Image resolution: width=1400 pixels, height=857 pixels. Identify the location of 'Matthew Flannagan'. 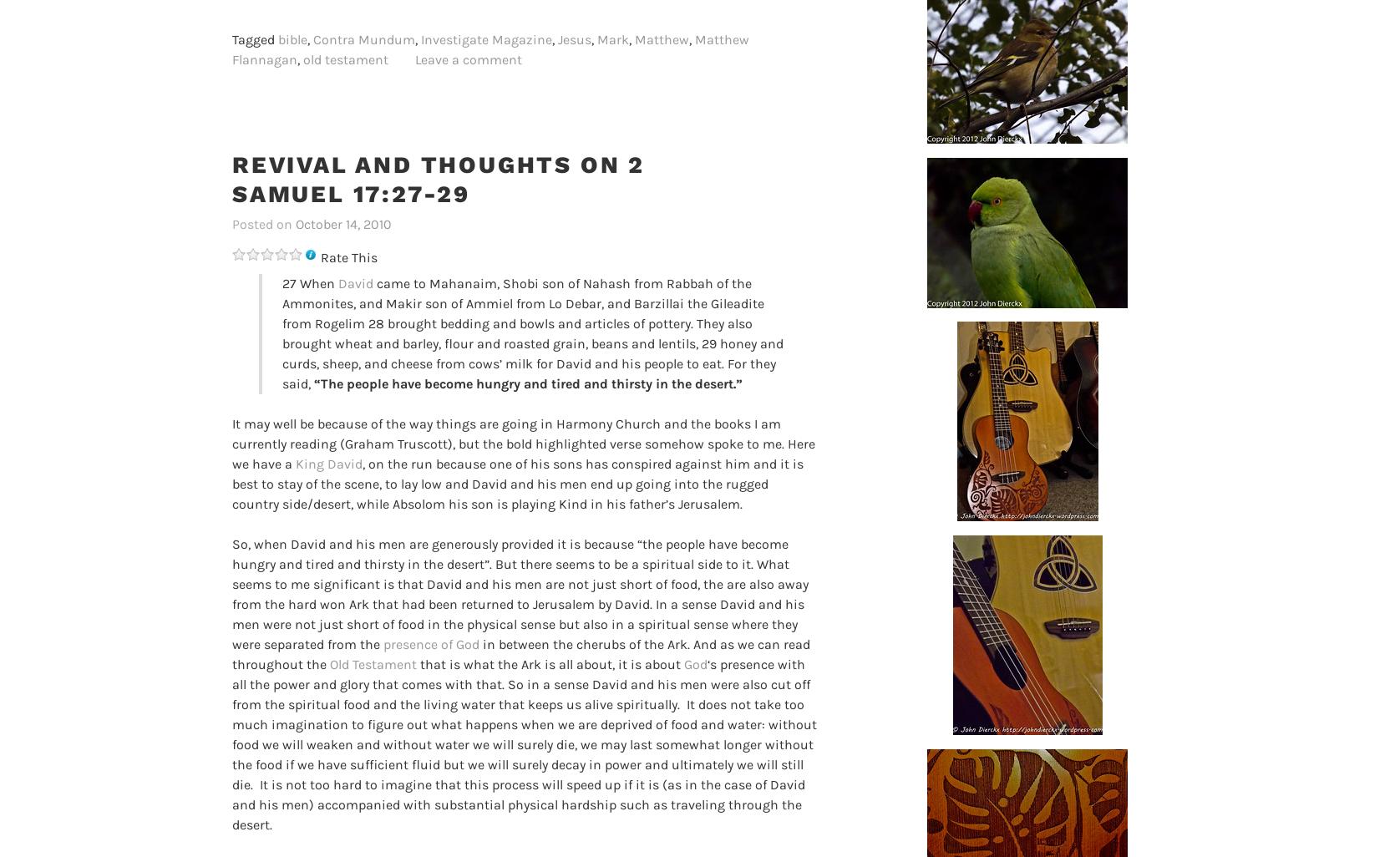
(490, 48).